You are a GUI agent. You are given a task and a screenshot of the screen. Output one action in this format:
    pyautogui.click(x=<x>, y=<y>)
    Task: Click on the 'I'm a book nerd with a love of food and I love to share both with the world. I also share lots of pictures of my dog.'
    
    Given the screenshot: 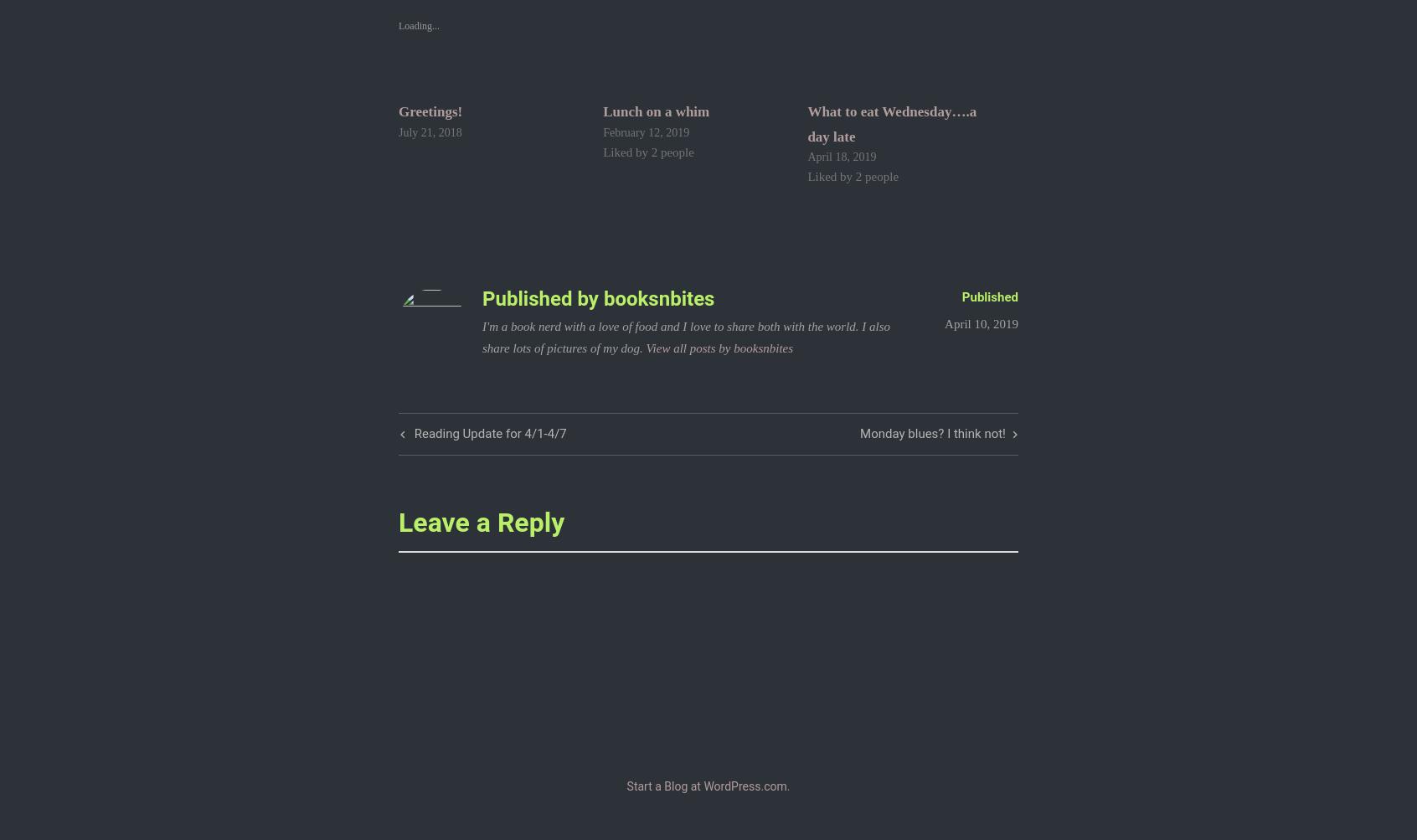 What is the action you would take?
    pyautogui.click(x=686, y=337)
    